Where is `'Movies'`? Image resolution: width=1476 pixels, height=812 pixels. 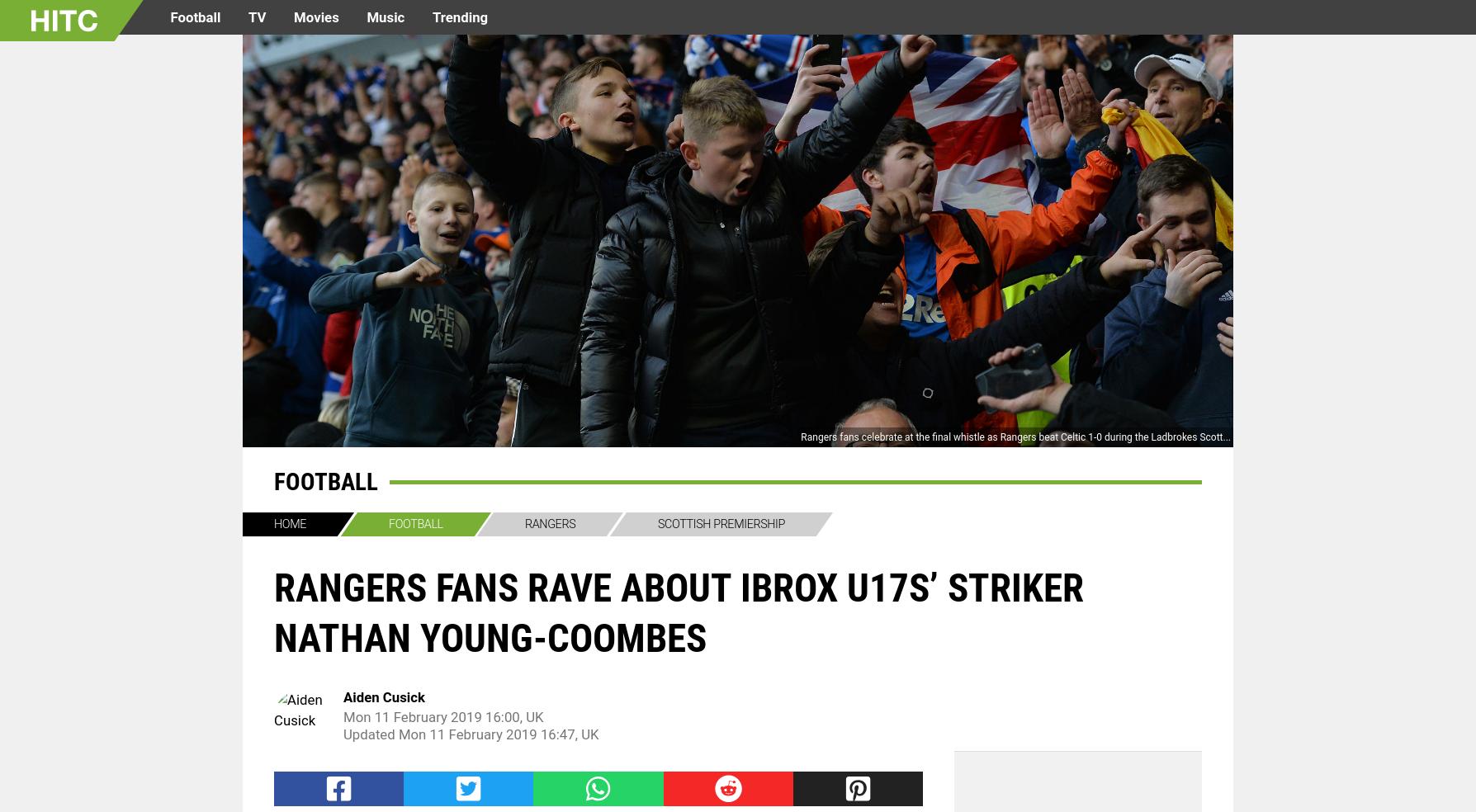 'Movies' is located at coordinates (292, 15).